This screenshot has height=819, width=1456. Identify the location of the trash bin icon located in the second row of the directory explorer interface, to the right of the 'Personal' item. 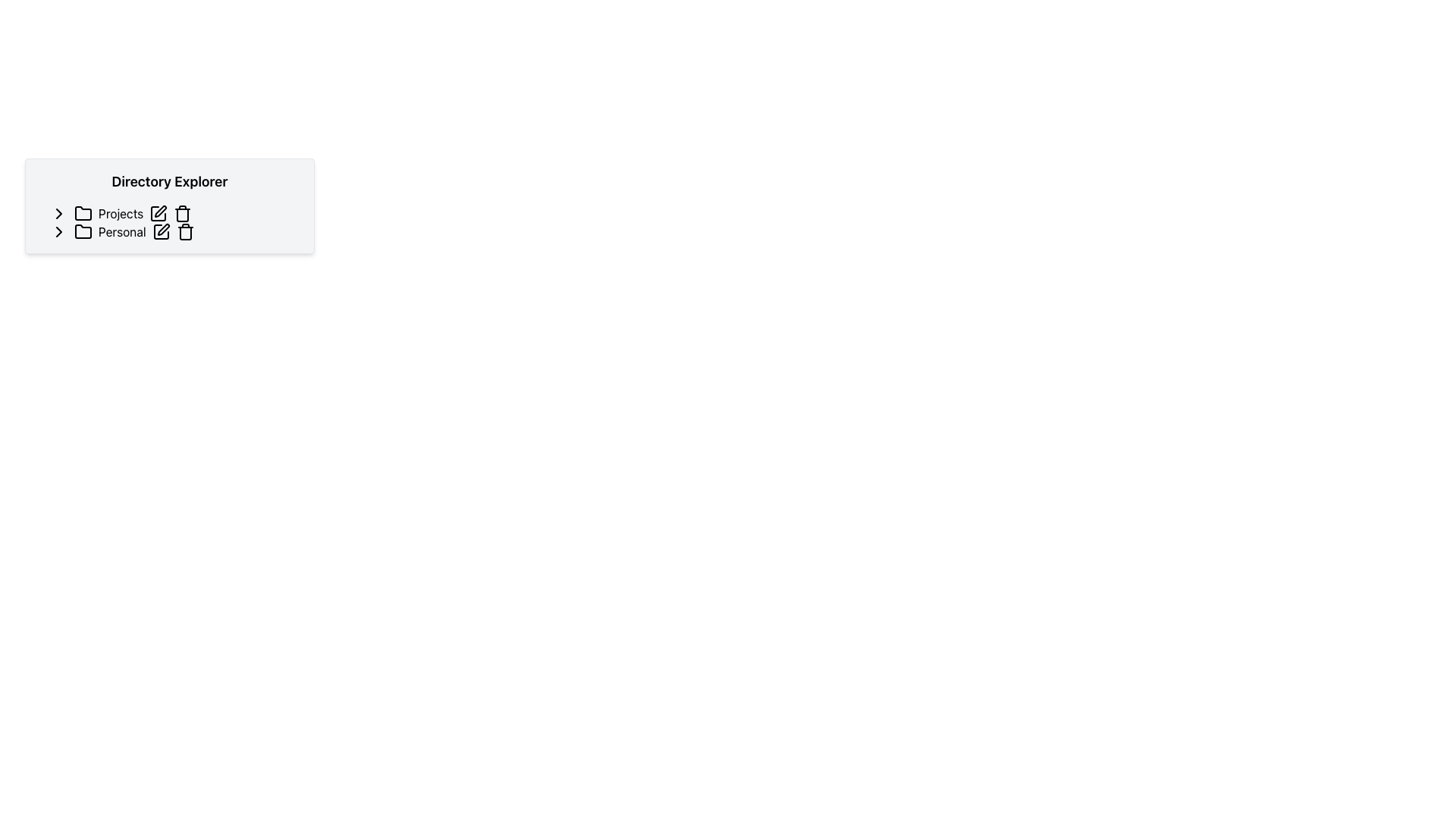
(184, 231).